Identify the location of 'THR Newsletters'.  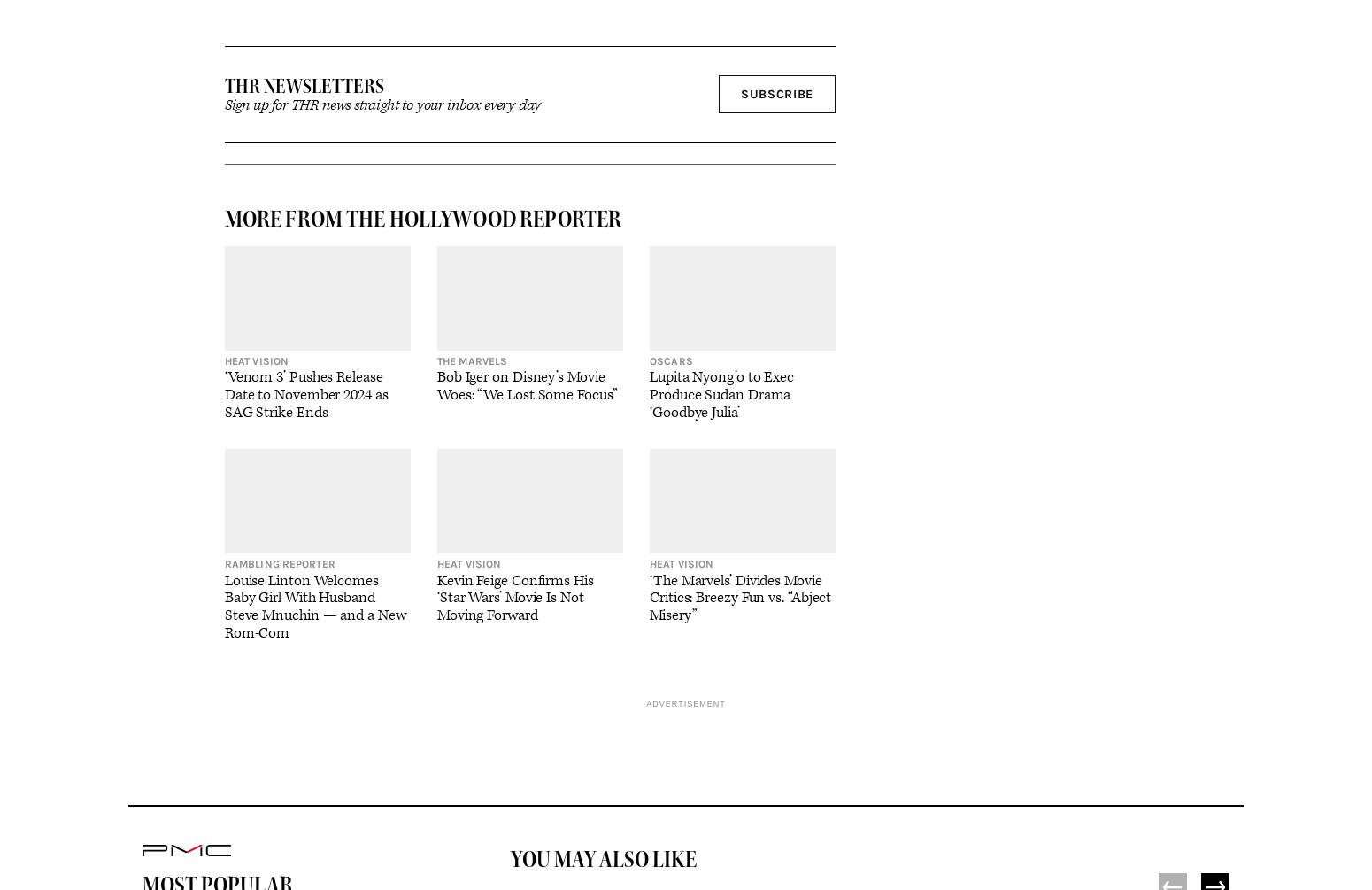
(303, 85).